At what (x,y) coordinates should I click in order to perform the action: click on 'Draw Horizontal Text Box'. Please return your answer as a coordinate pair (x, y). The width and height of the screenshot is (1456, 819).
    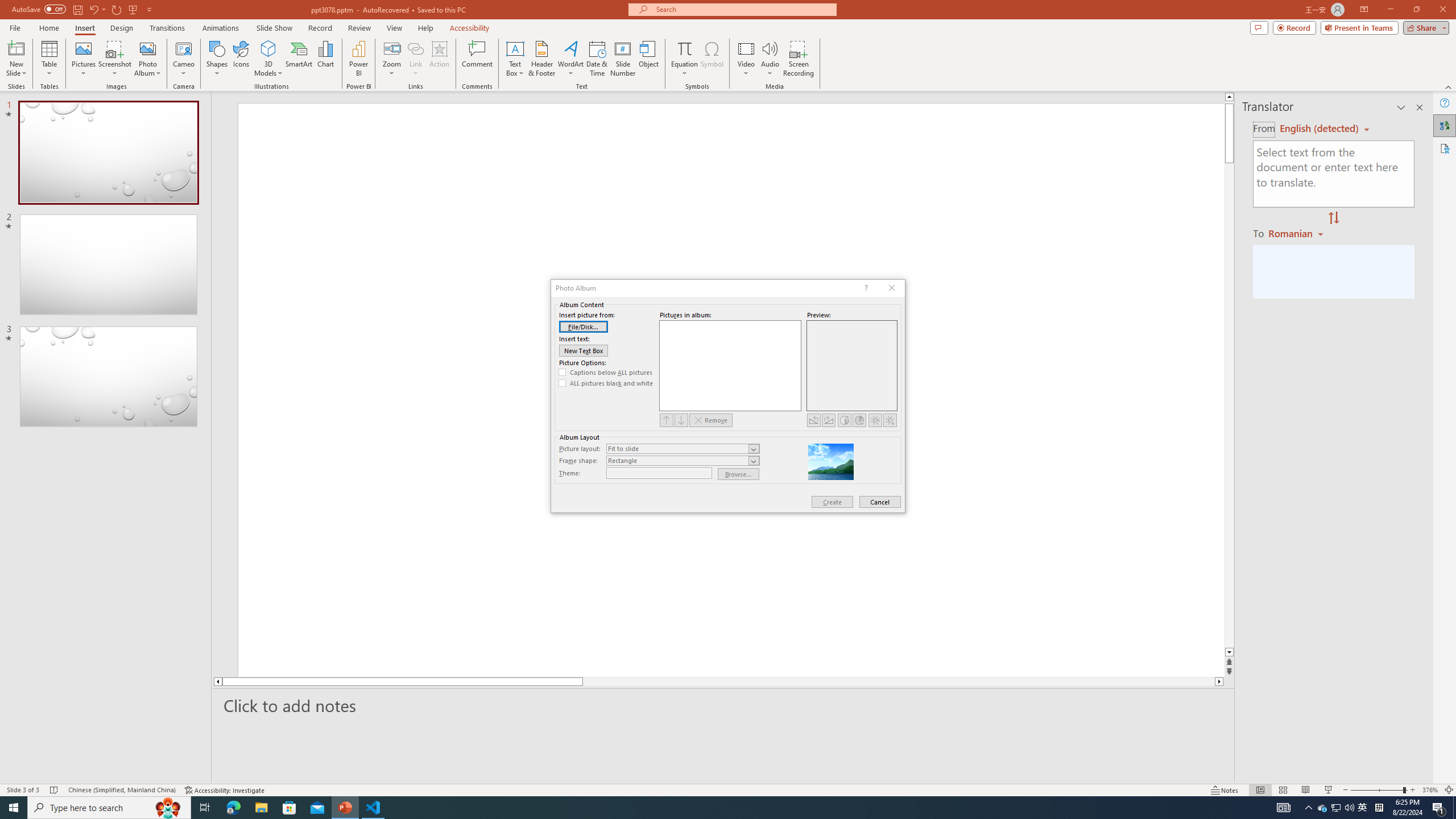
    Looking at the image, I should click on (515, 48).